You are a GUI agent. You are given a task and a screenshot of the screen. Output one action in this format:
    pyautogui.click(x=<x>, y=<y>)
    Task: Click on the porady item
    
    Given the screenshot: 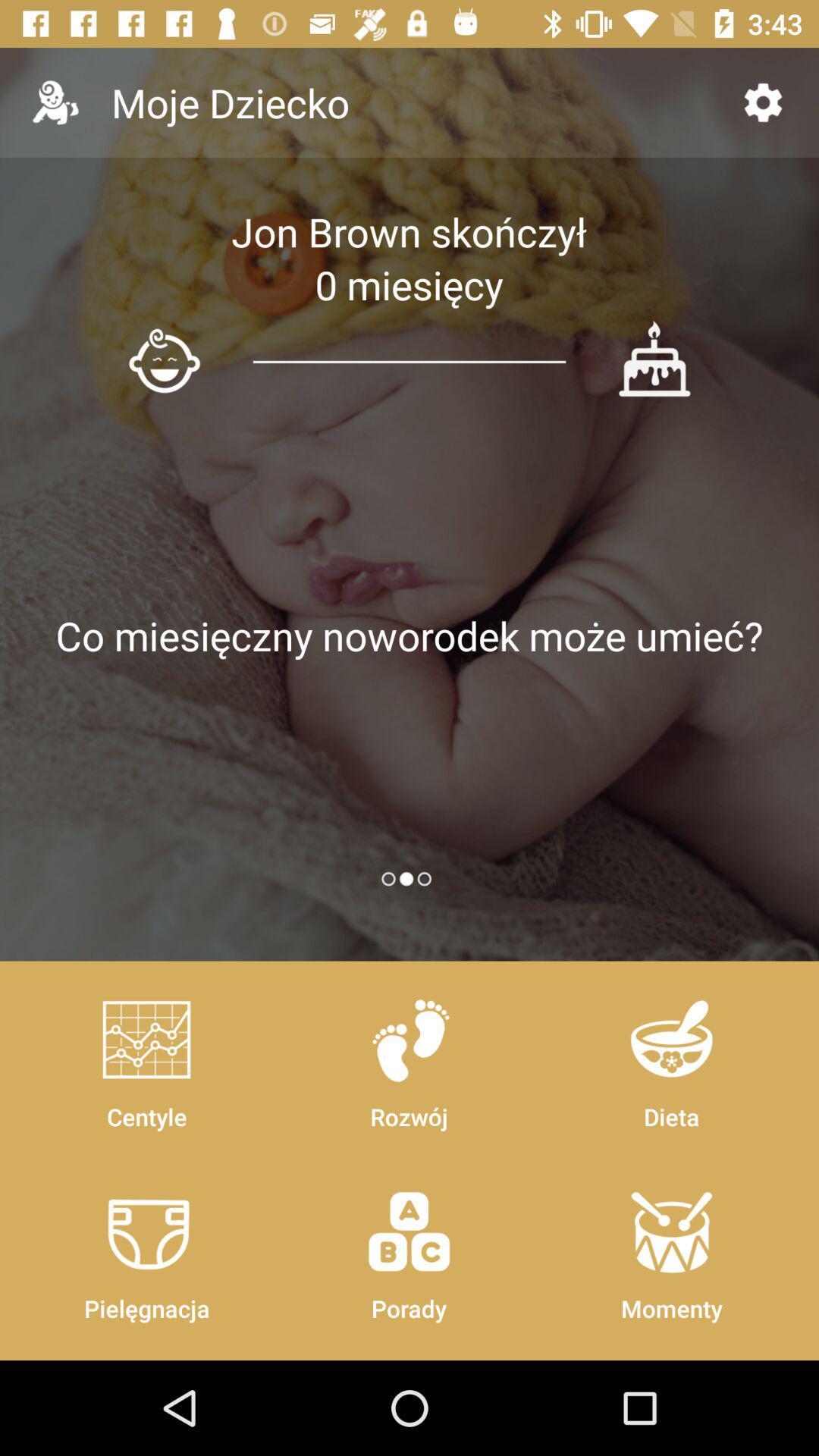 What is the action you would take?
    pyautogui.click(x=408, y=1248)
    